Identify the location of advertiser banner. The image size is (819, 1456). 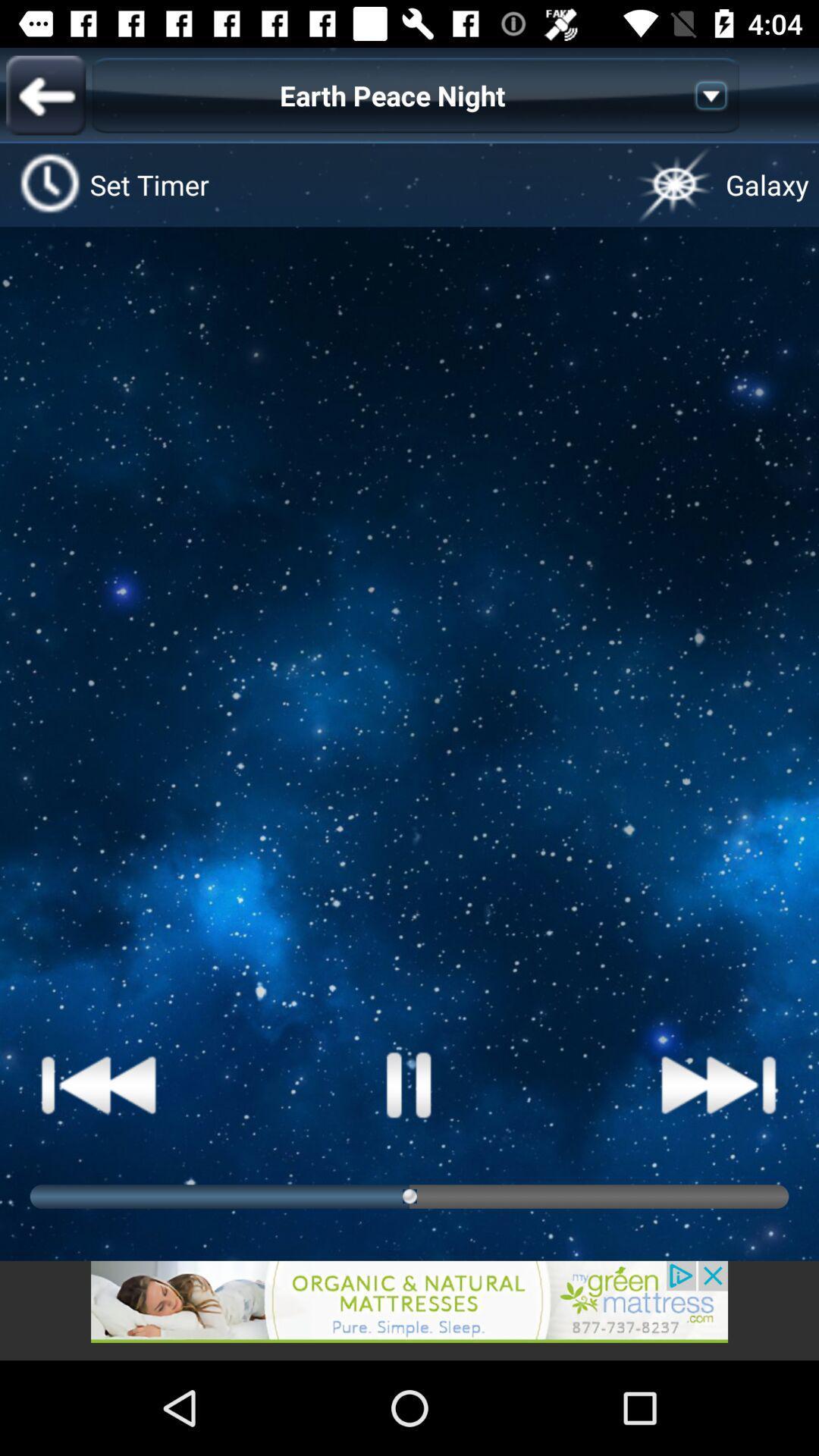
(409, 1310).